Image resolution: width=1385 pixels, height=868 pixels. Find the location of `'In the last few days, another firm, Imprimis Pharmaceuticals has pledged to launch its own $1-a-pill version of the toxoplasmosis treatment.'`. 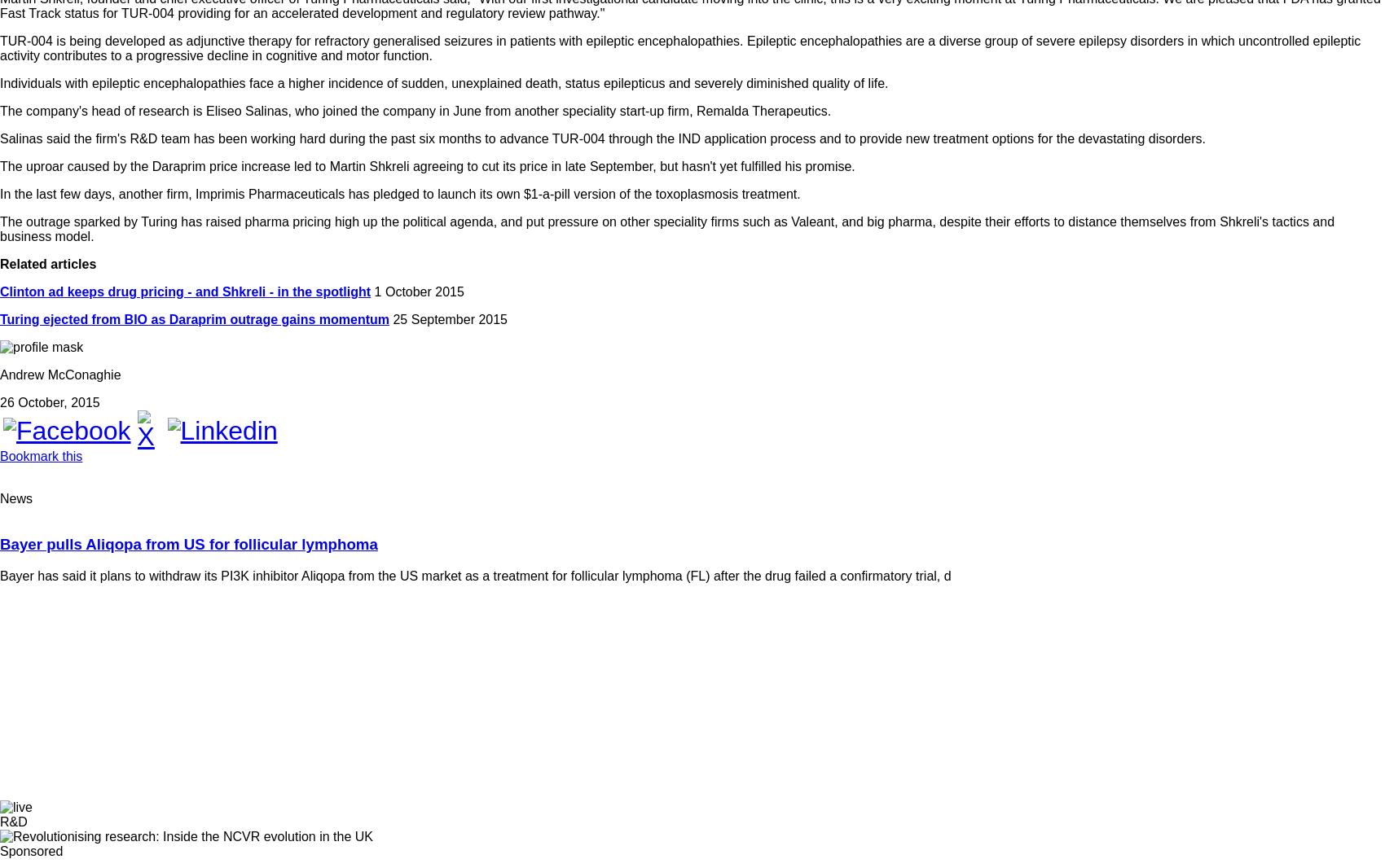

'In the last few days, another firm, Imprimis Pharmaceuticals has pledged to launch its own $1-a-pill version of the toxoplasmosis treatment.' is located at coordinates (399, 192).